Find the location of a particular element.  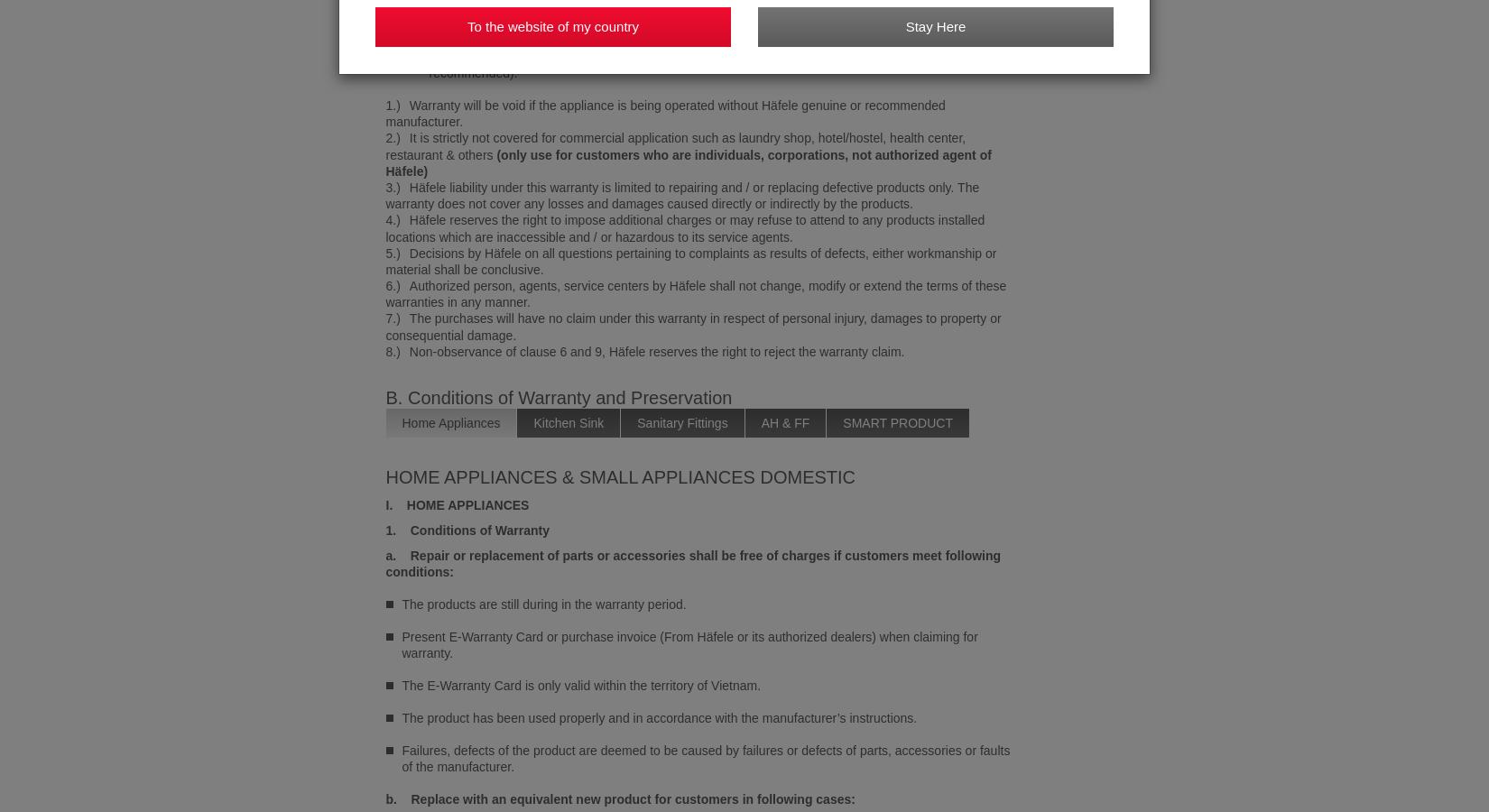

'Häfele liability under this warranty is limited to repairing and / or replacing defective products only. The warranty does not cover any losses and damages caused directly or indirectly by the products.' is located at coordinates (681, 195).